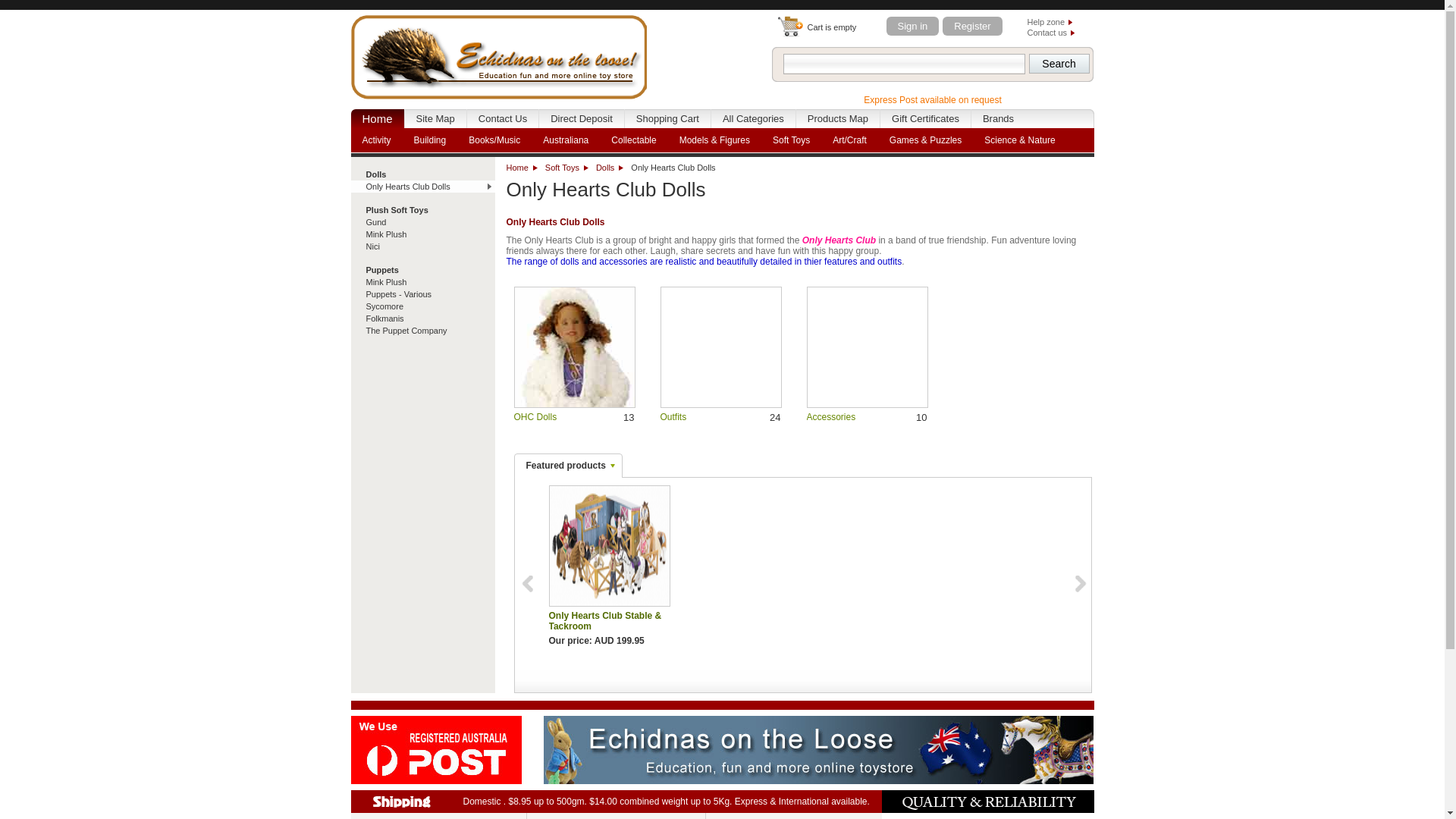 The height and width of the screenshot is (819, 1456). I want to click on 'Activity', so click(375, 140).